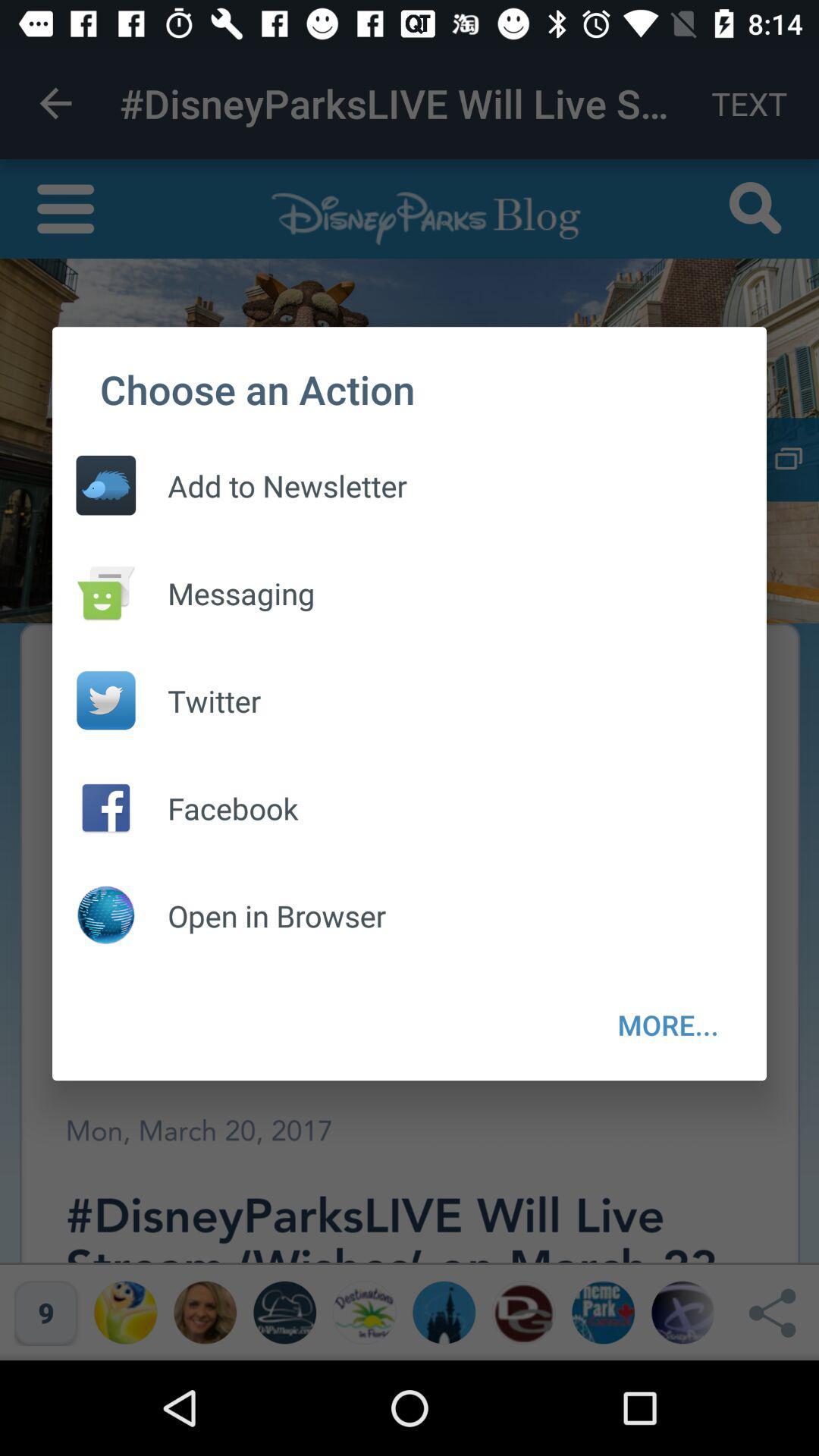 The height and width of the screenshot is (1456, 819). I want to click on twitter item, so click(197, 700).